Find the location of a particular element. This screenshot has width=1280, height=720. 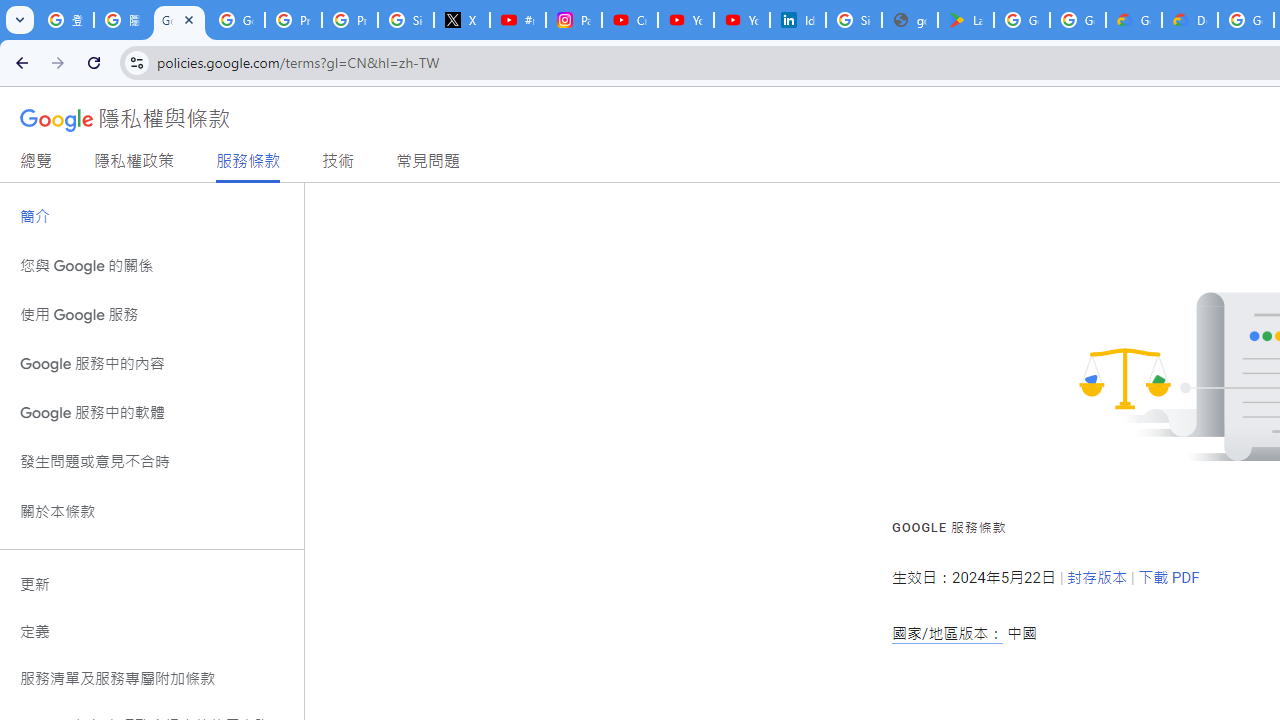

'google_privacy_policy_en.pdf' is located at coordinates (909, 20).